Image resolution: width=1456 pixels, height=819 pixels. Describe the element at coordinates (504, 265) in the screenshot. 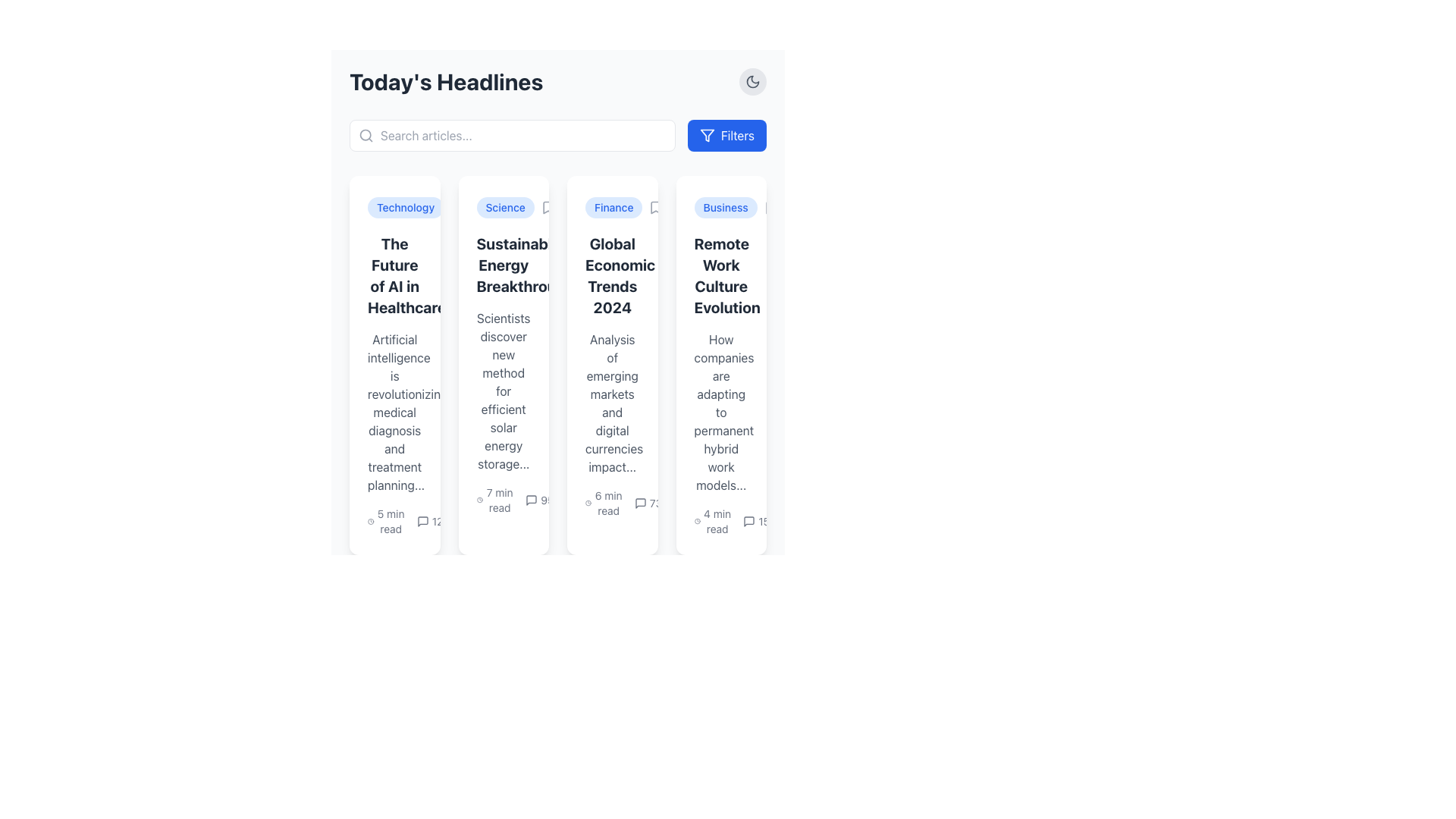

I see `title text block located in the second column, positioned below the 'Science' badge and above the article description, serving as the main topic summary` at that location.